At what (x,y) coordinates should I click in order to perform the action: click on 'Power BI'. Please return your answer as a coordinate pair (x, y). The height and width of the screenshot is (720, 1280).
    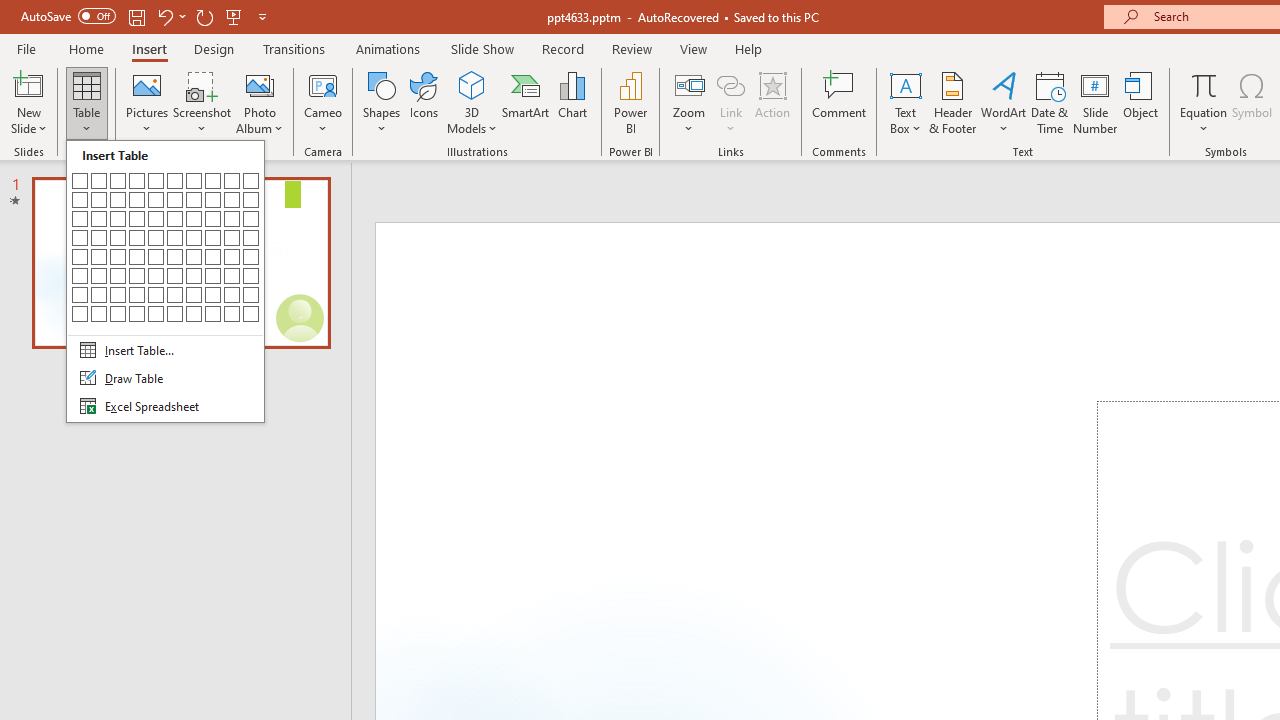
    Looking at the image, I should click on (630, 103).